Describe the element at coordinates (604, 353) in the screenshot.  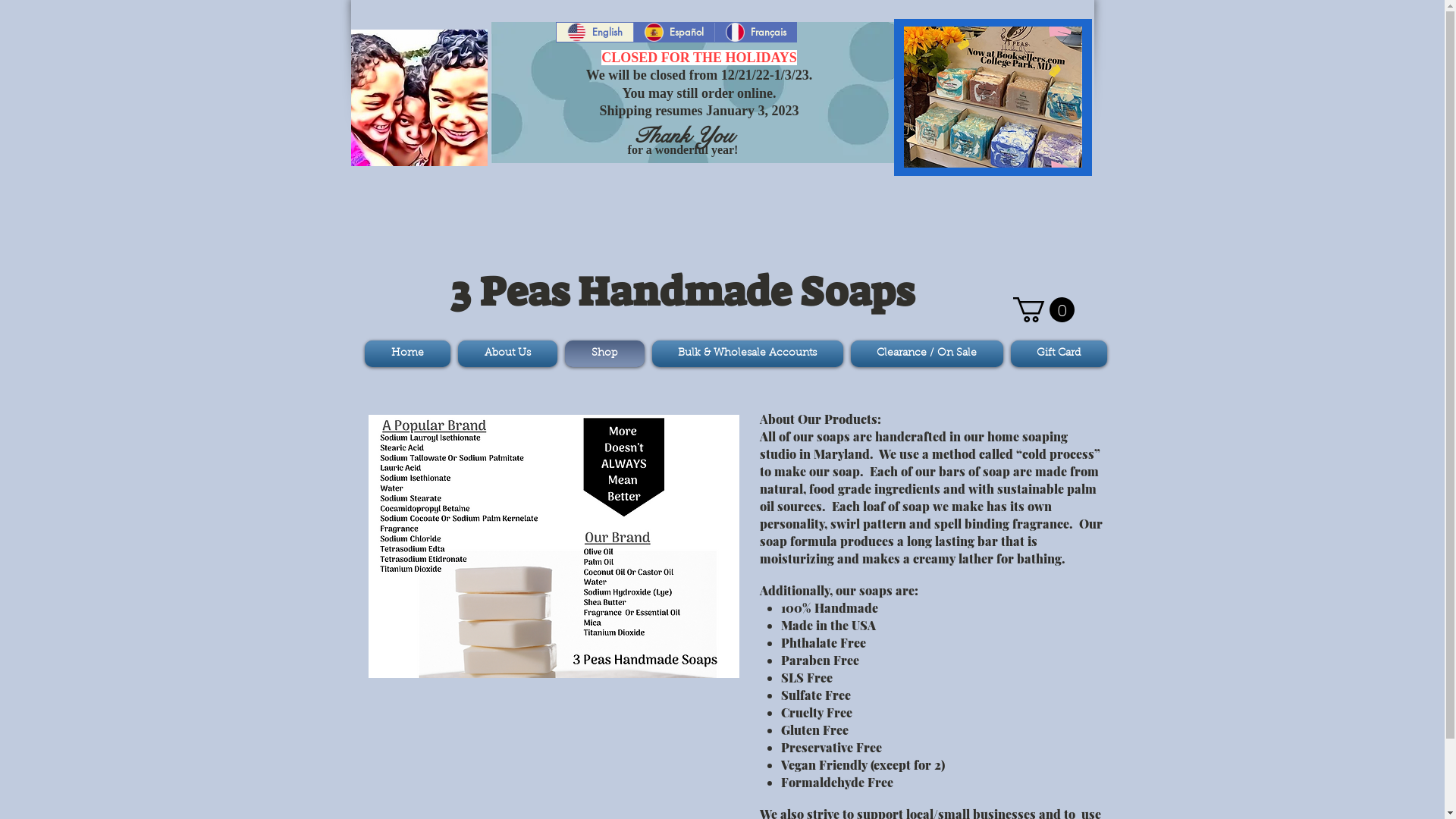
I see `'Shop'` at that location.